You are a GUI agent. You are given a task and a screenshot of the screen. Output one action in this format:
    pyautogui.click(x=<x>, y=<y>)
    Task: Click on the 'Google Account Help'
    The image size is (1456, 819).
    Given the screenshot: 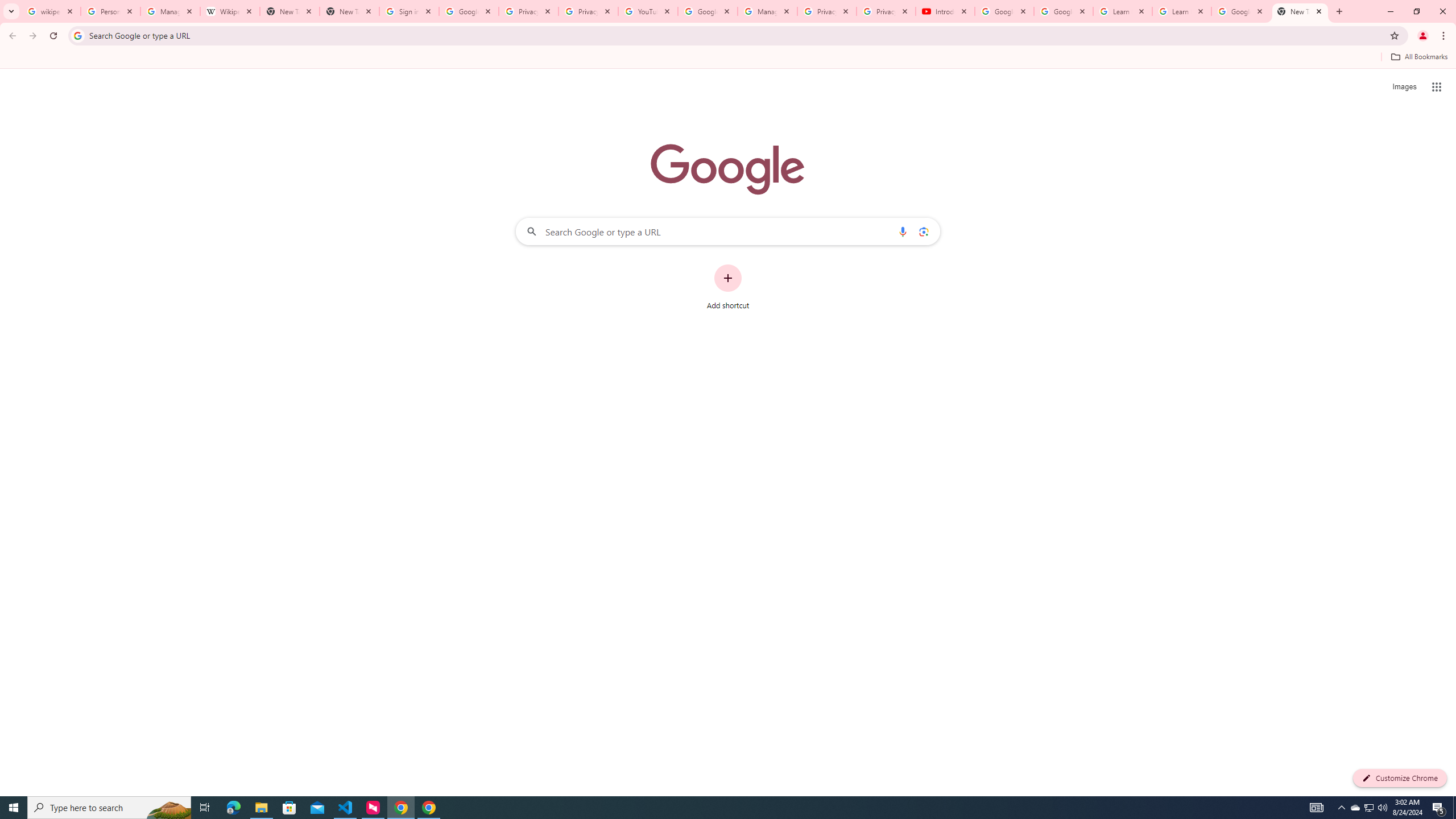 What is the action you would take?
    pyautogui.click(x=1064, y=11)
    